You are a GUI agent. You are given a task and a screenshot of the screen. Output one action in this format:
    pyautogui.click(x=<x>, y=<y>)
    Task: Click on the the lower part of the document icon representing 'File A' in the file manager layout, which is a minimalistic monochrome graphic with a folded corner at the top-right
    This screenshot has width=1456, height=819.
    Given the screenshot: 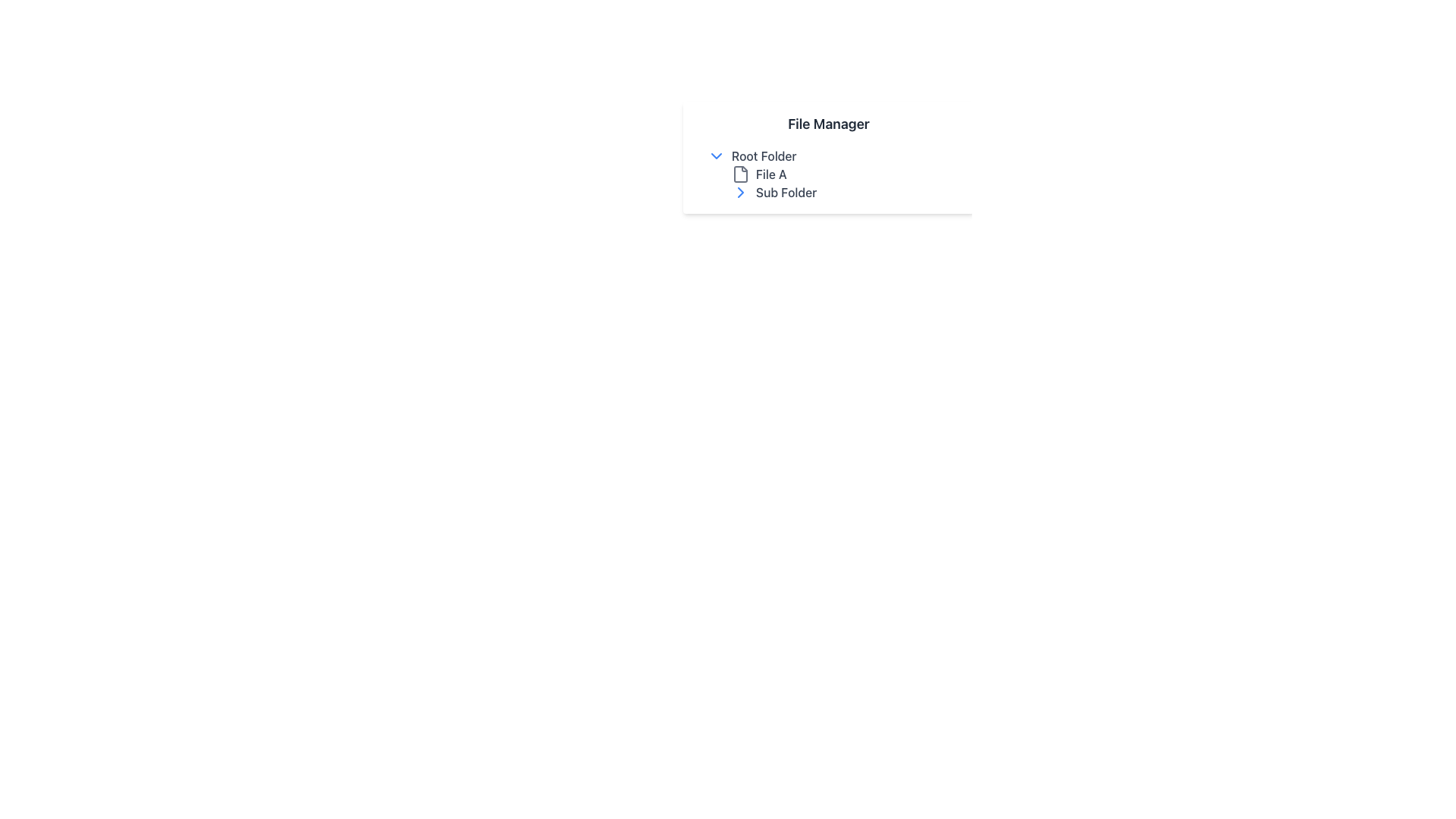 What is the action you would take?
    pyautogui.click(x=741, y=174)
    